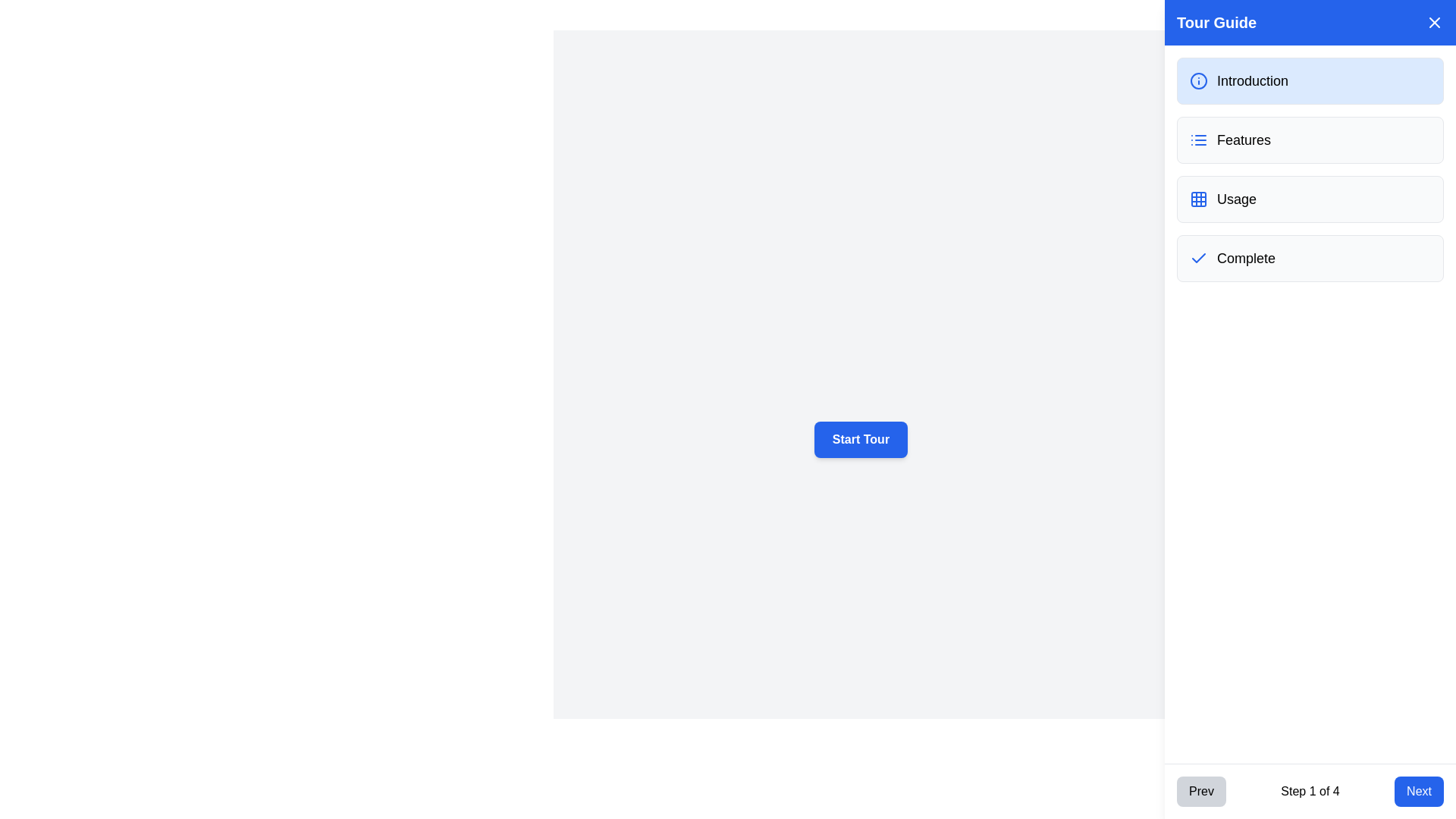 Image resolution: width=1456 pixels, height=819 pixels. Describe the element at coordinates (1200, 791) in the screenshot. I see `the 'Prev' button, which is a rectangular button with a light gray background, rounded corners, and the label 'Prev' in black, bold text centered within the button` at that location.